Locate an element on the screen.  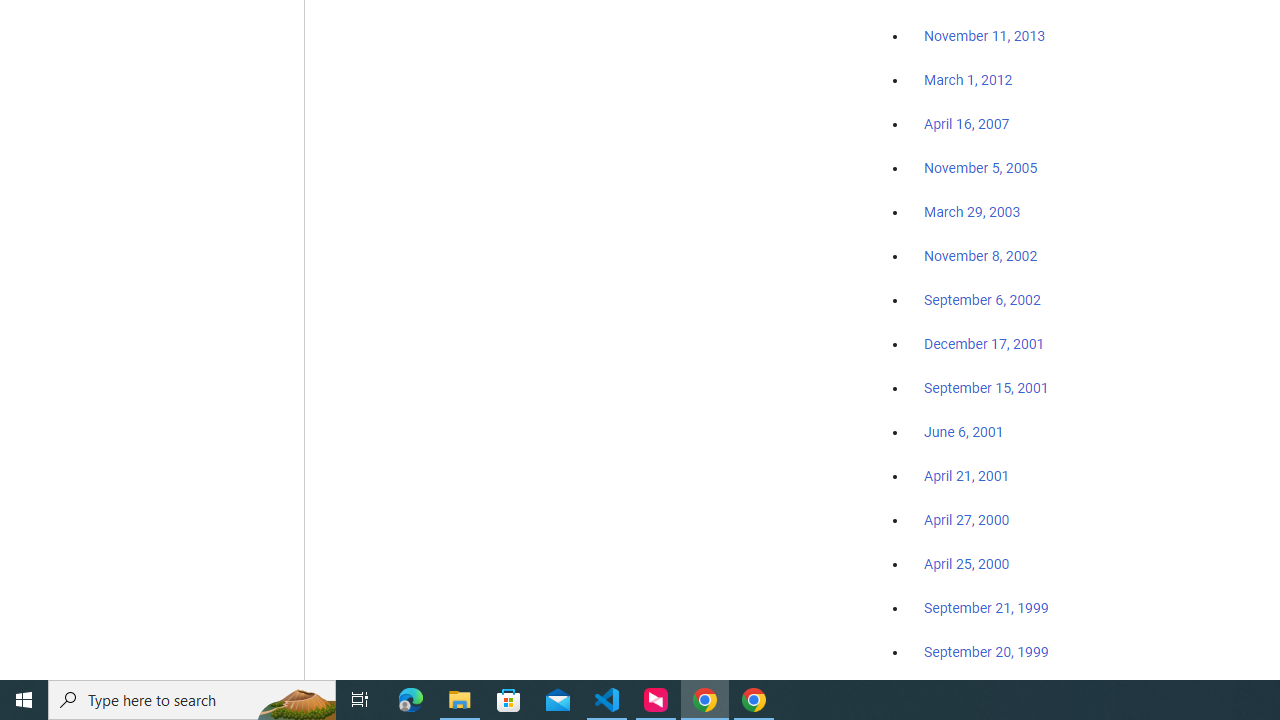
'April 25, 2000' is located at coordinates (967, 564).